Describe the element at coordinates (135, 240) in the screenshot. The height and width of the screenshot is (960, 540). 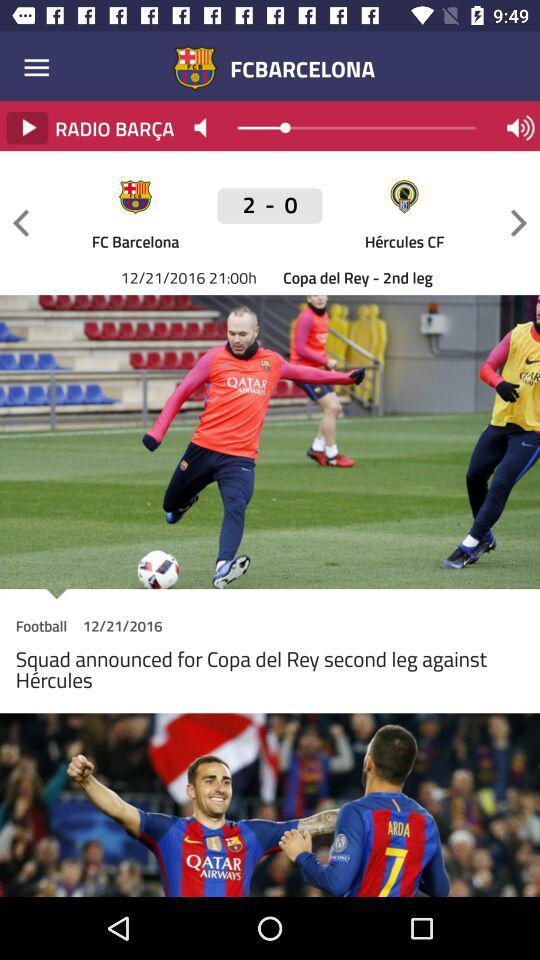
I see `the icon above copa del rey icon` at that location.